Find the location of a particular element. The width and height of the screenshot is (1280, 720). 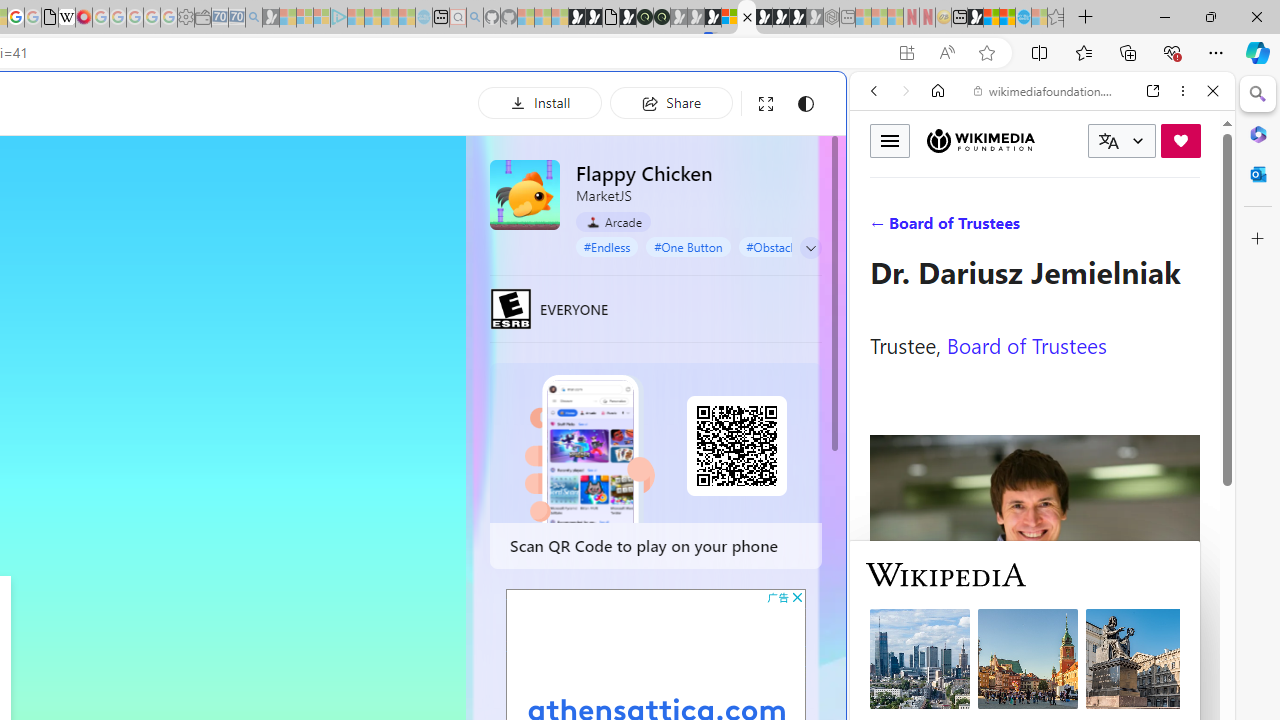

'Microsoft account | Privacy - Sleeping' is located at coordinates (321, 17).